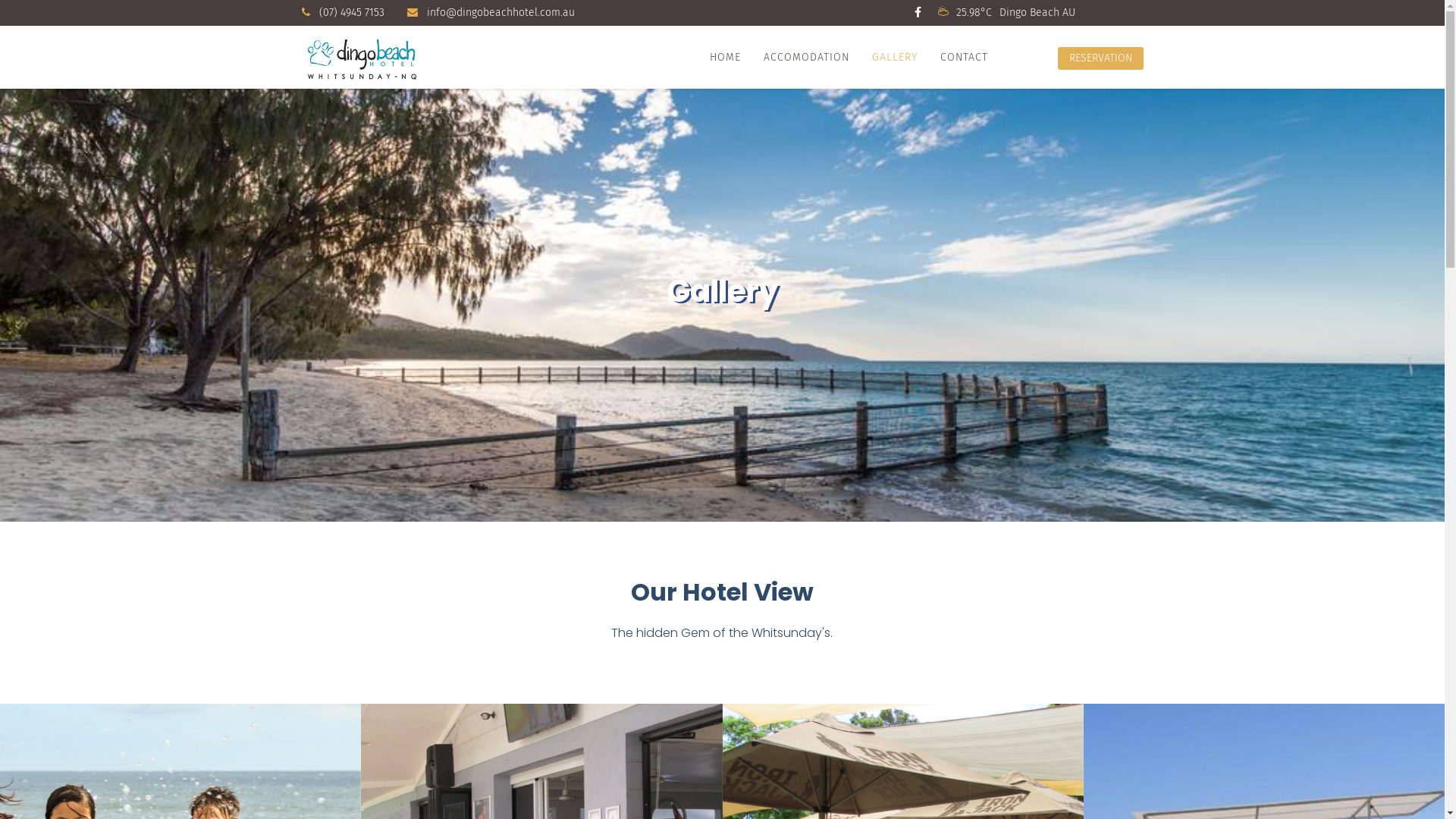 The image size is (1456, 819). Describe the element at coordinates (500, 12) in the screenshot. I see `'info@dingobeachhotel.com.au'` at that location.